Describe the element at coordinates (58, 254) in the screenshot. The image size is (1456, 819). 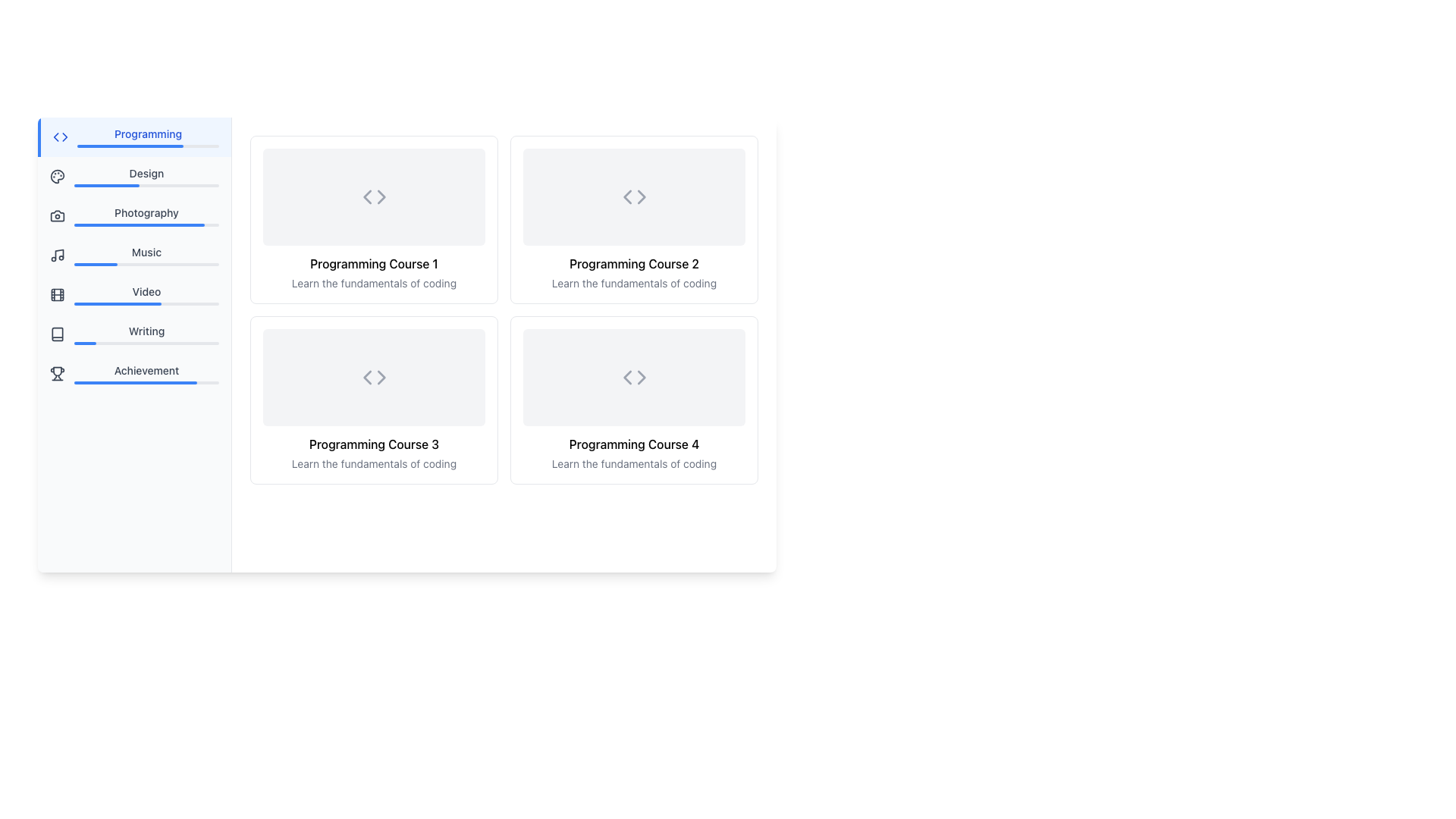
I see `the musical notes icon located in the sidebar menu adjacent to the label 'Music' to interact with the associated menu item` at that location.